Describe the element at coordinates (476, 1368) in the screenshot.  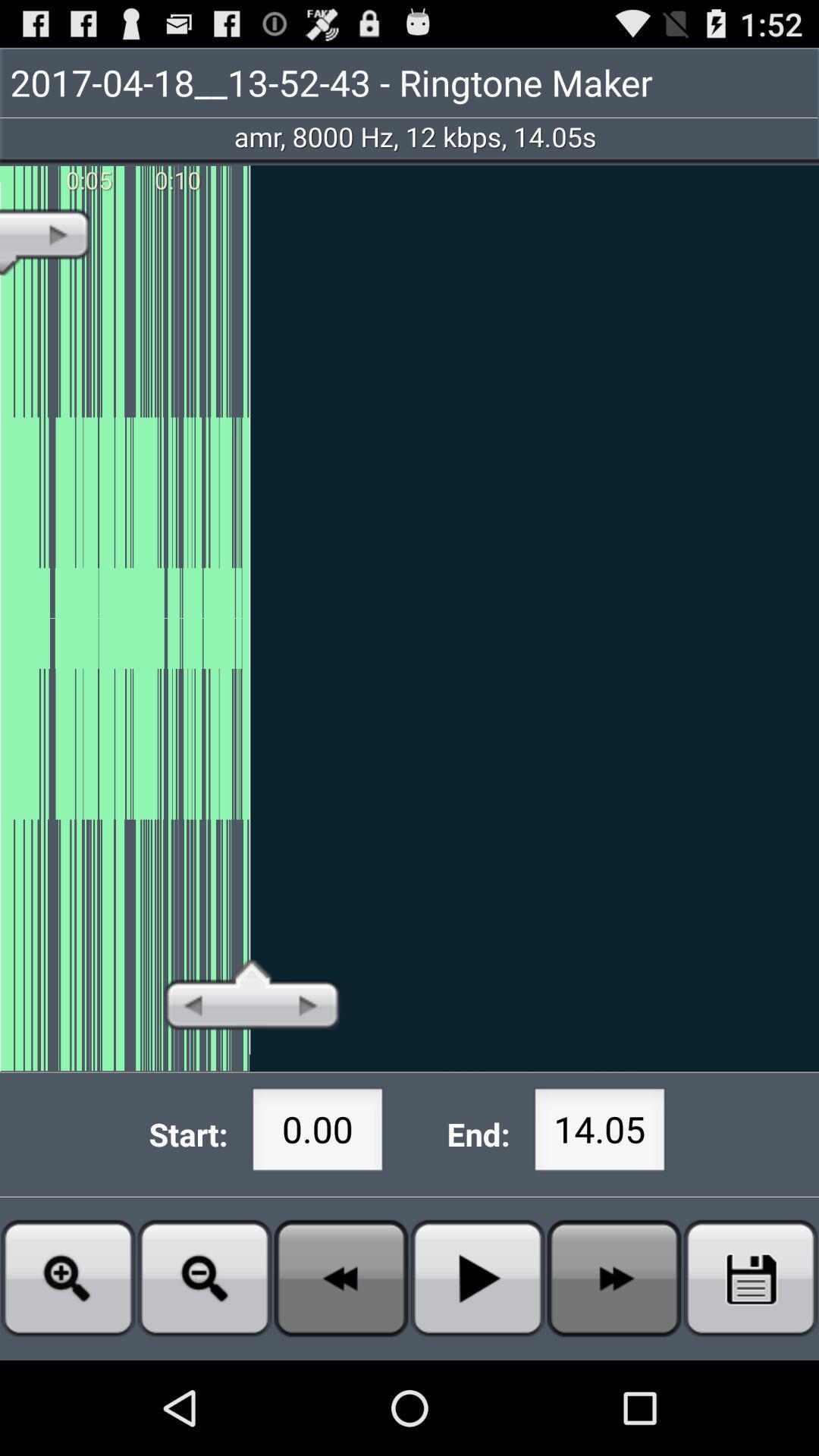
I see `the play icon` at that location.